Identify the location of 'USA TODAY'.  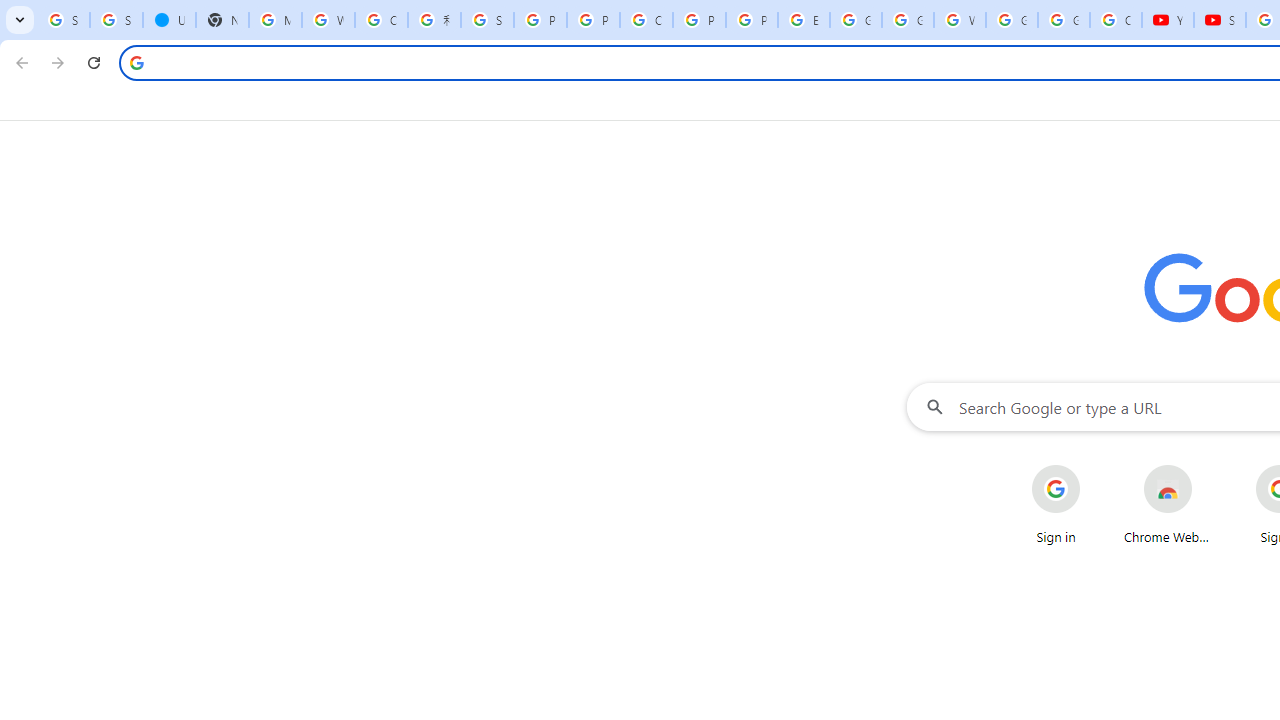
(169, 20).